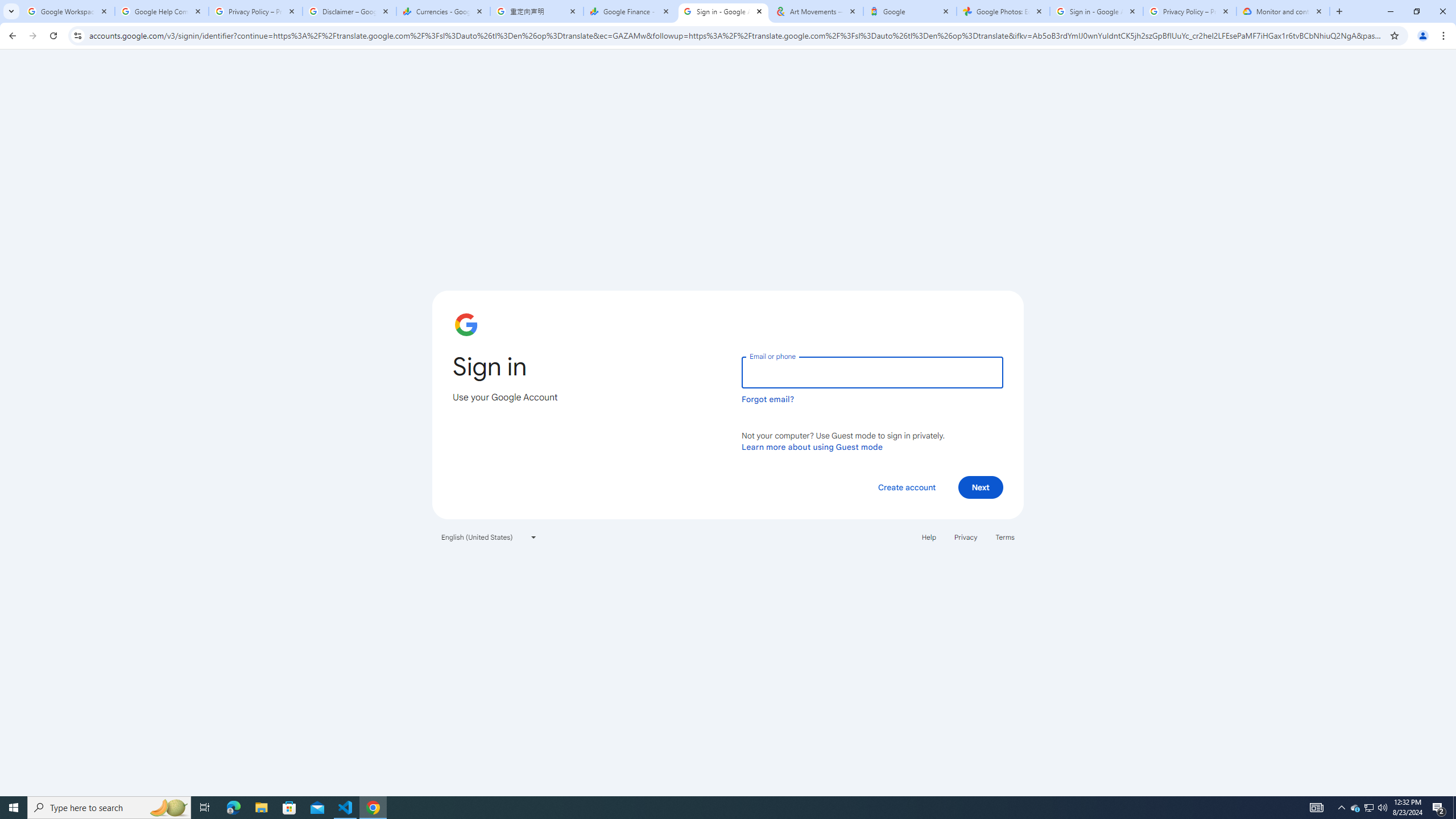  What do you see at coordinates (442, 11) in the screenshot?
I see `'Currencies - Google Finance'` at bounding box center [442, 11].